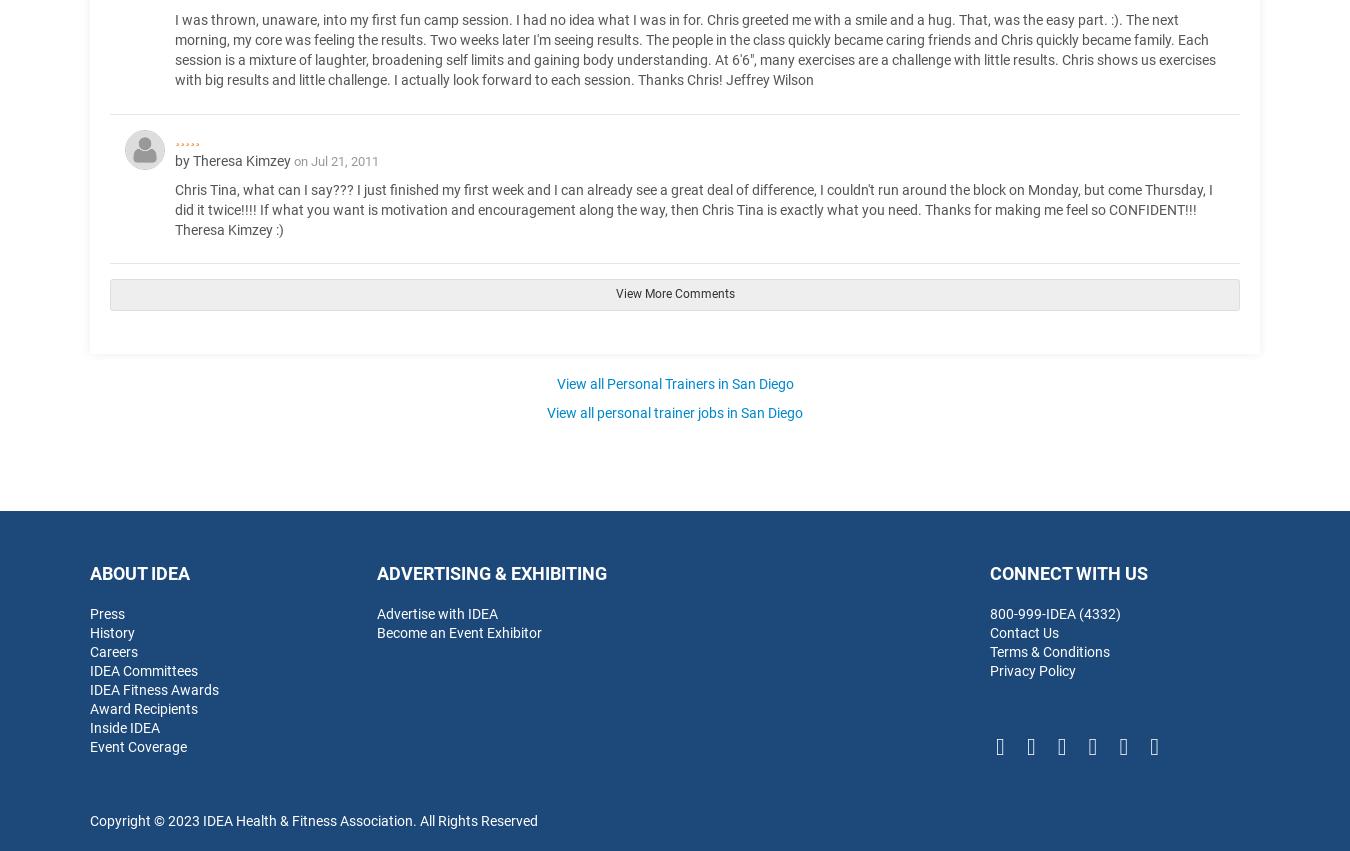 The width and height of the screenshot is (1350, 851). I want to click on 'Advertising & Exhibiting', so click(490, 572).